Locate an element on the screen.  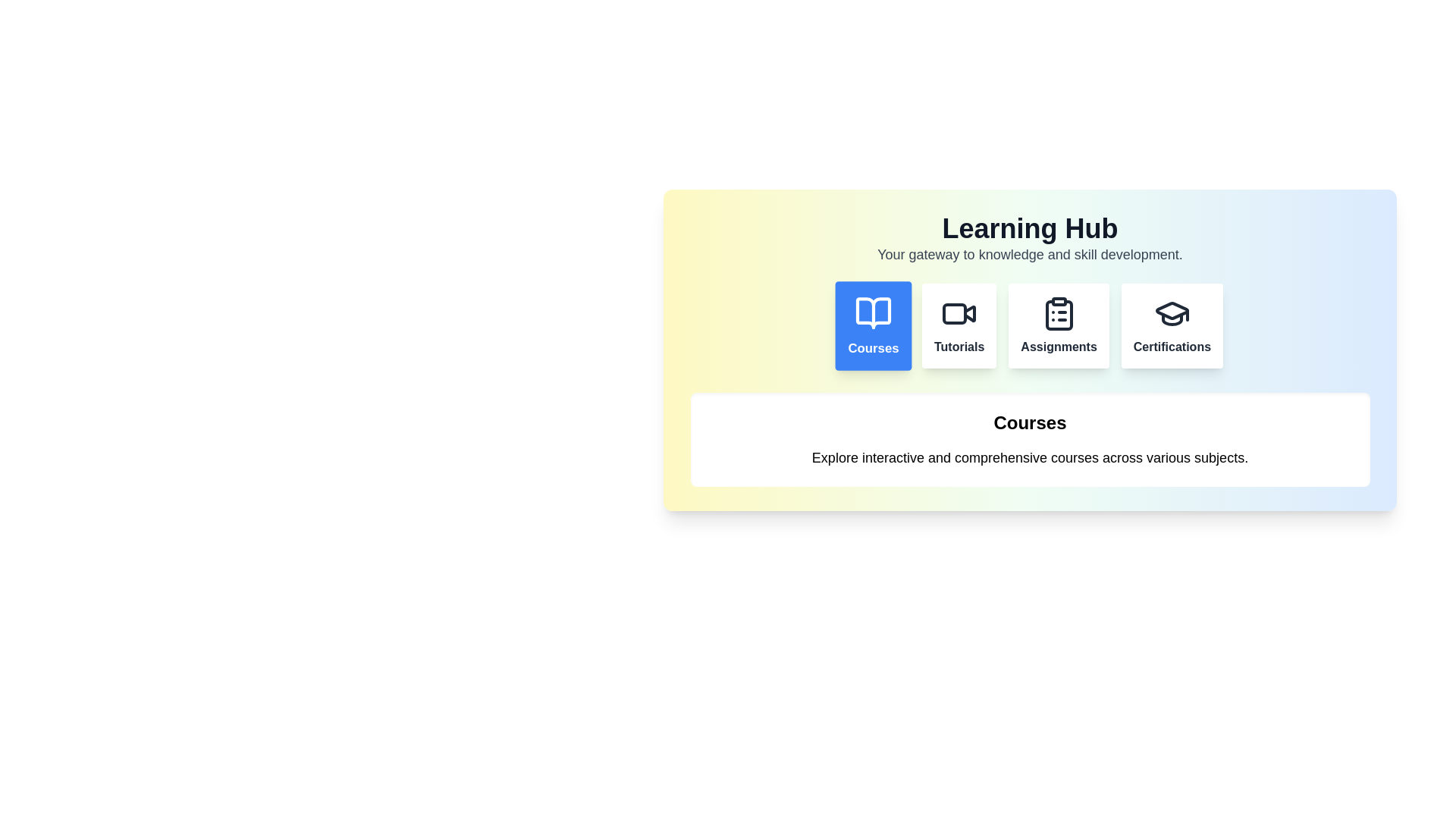
the button labeled Assignments to observe its hover effect is located at coordinates (1058, 325).